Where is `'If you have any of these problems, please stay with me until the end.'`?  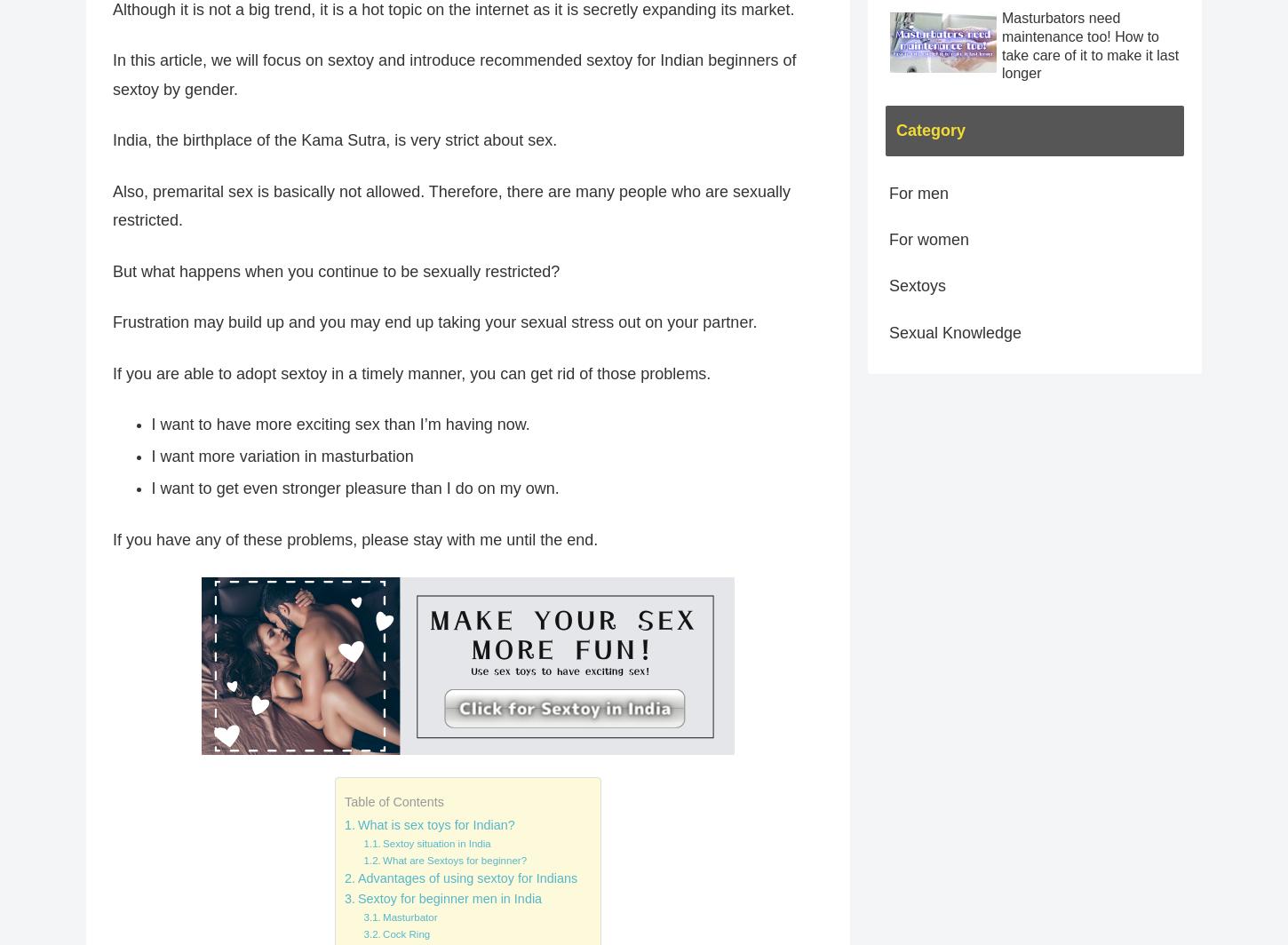 'If you have any of these problems, please stay with me until the end.' is located at coordinates (112, 539).